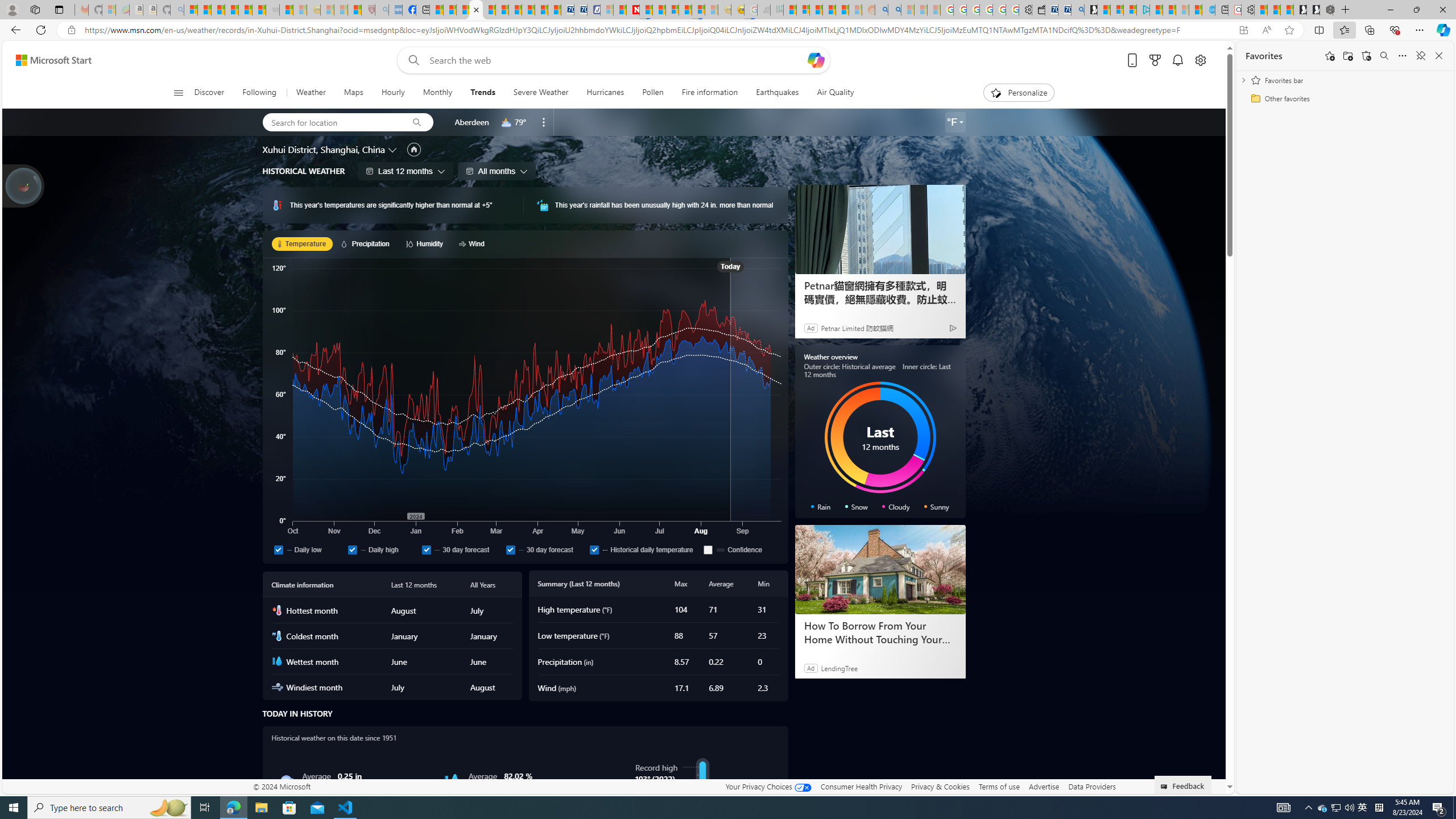 This screenshot has width=1456, height=819. I want to click on 'Maps', so click(353, 92).